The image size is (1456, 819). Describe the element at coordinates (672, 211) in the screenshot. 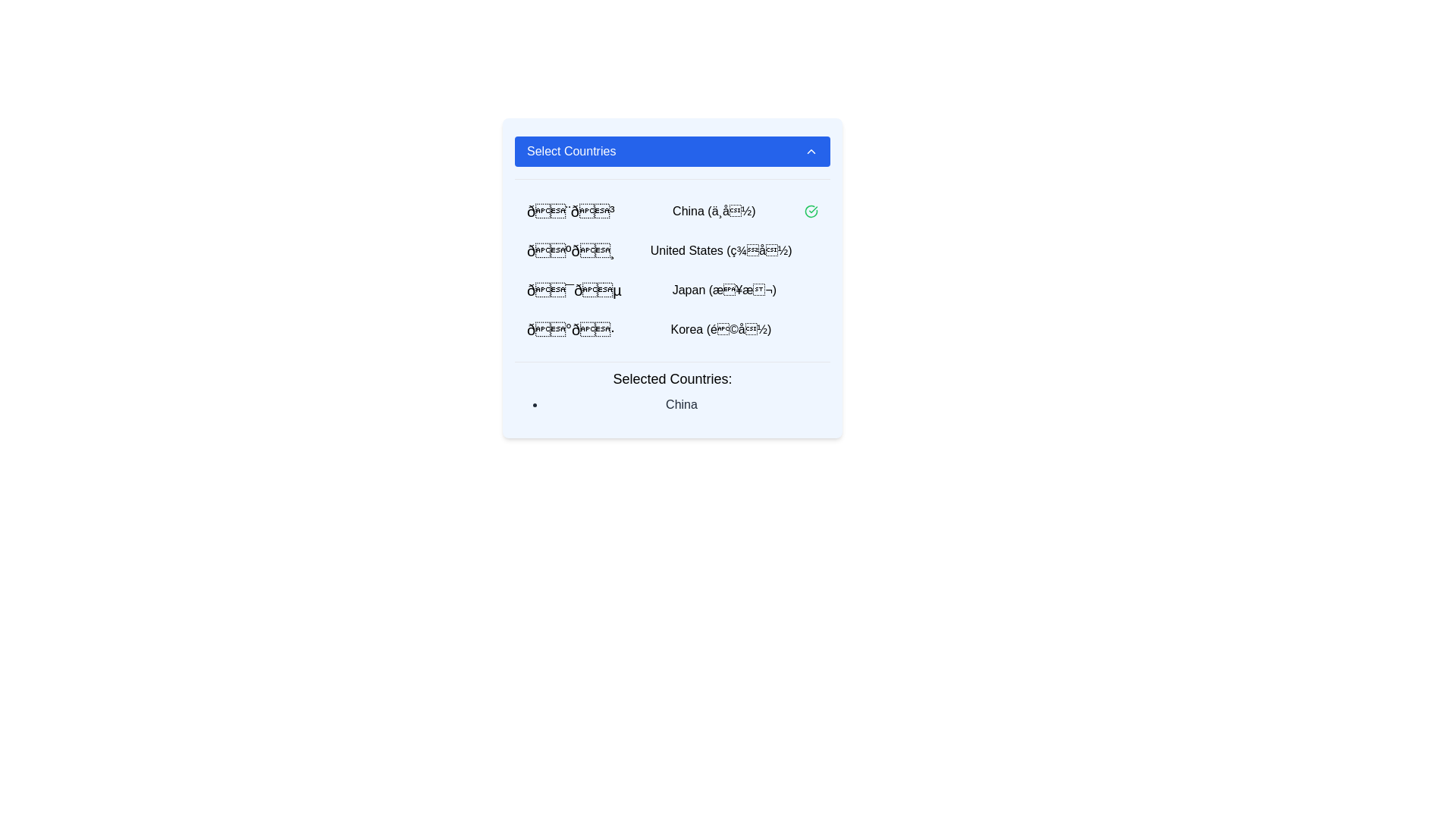

I see `the selectable list item for 'China'` at that location.